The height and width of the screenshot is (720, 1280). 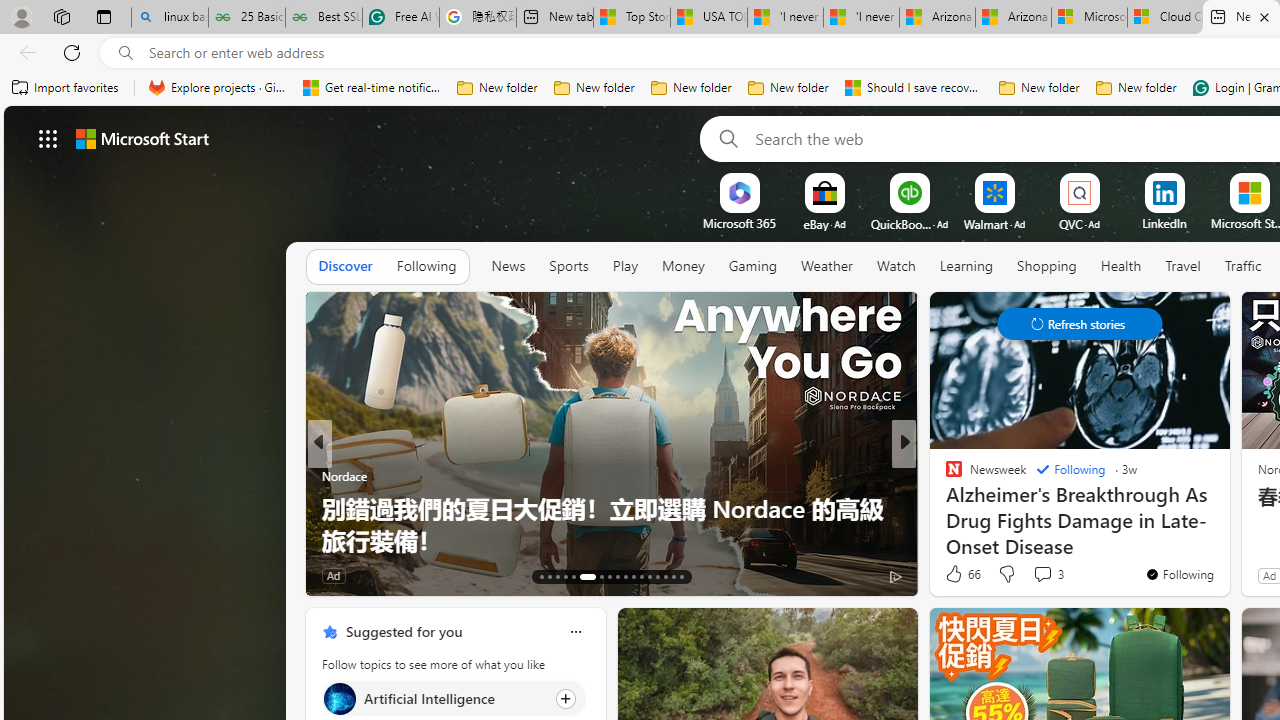 What do you see at coordinates (339, 697) in the screenshot?
I see `'Artificial Intelligence'` at bounding box center [339, 697].